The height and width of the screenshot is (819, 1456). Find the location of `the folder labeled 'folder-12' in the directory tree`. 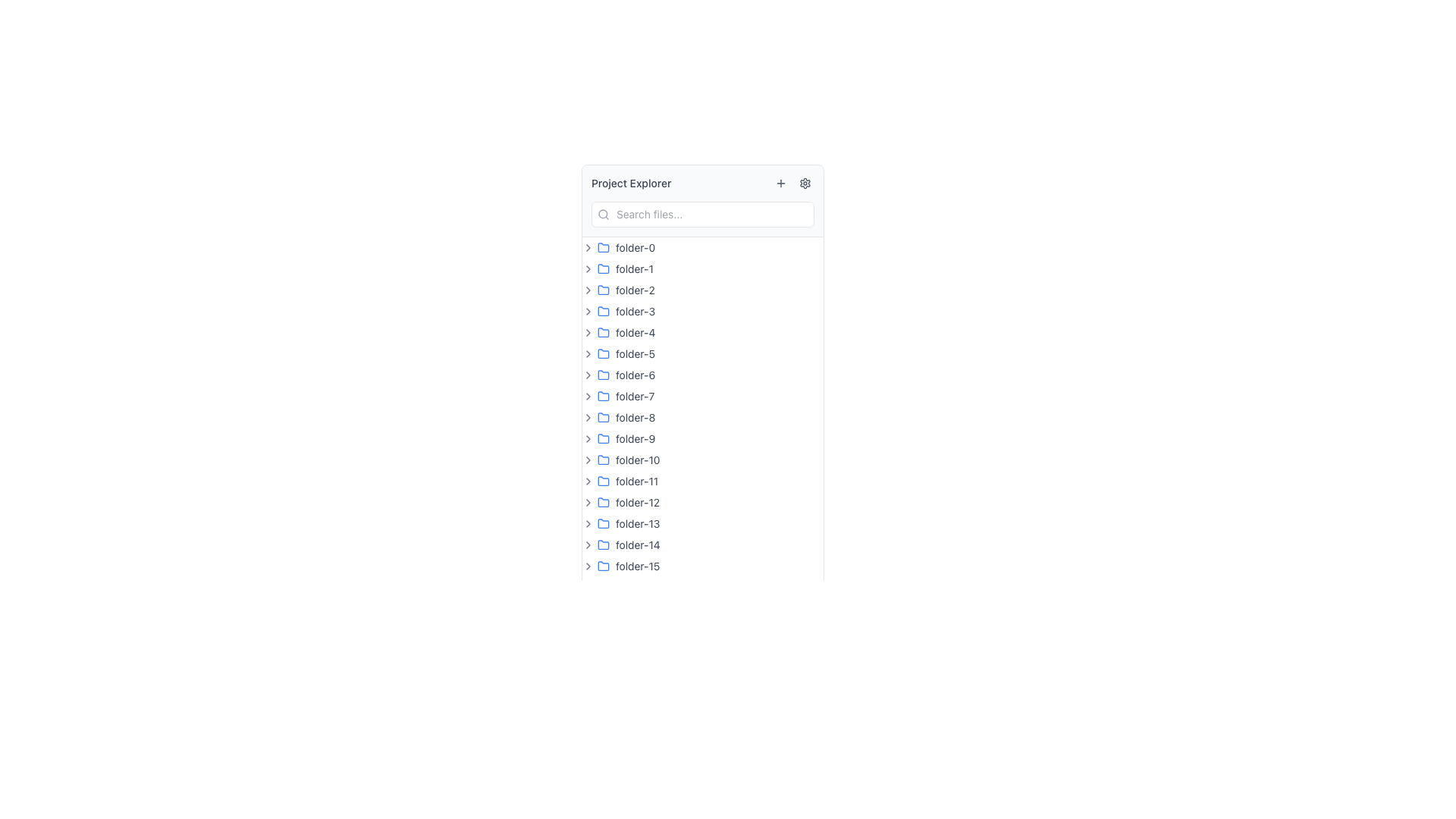

the folder labeled 'folder-12' in the directory tree is located at coordinates (701, 503).